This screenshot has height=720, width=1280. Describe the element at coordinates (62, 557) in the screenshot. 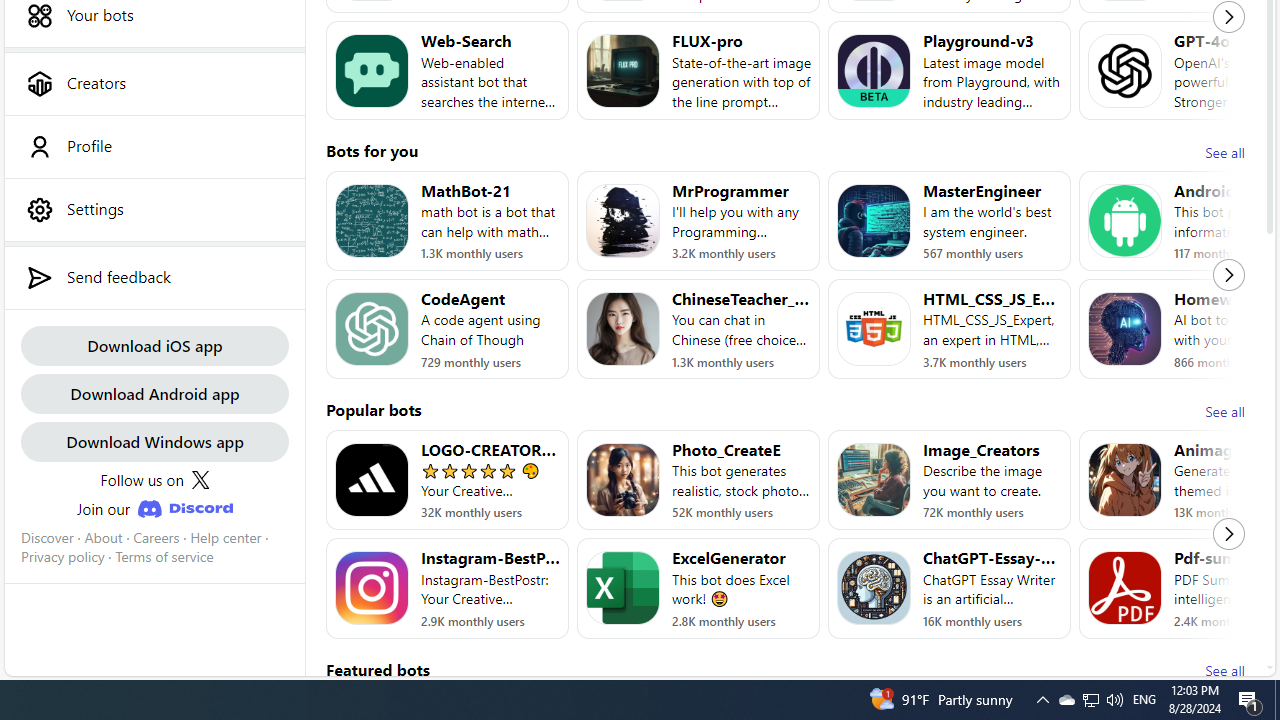

I see `'Privacy policy'` at that location.